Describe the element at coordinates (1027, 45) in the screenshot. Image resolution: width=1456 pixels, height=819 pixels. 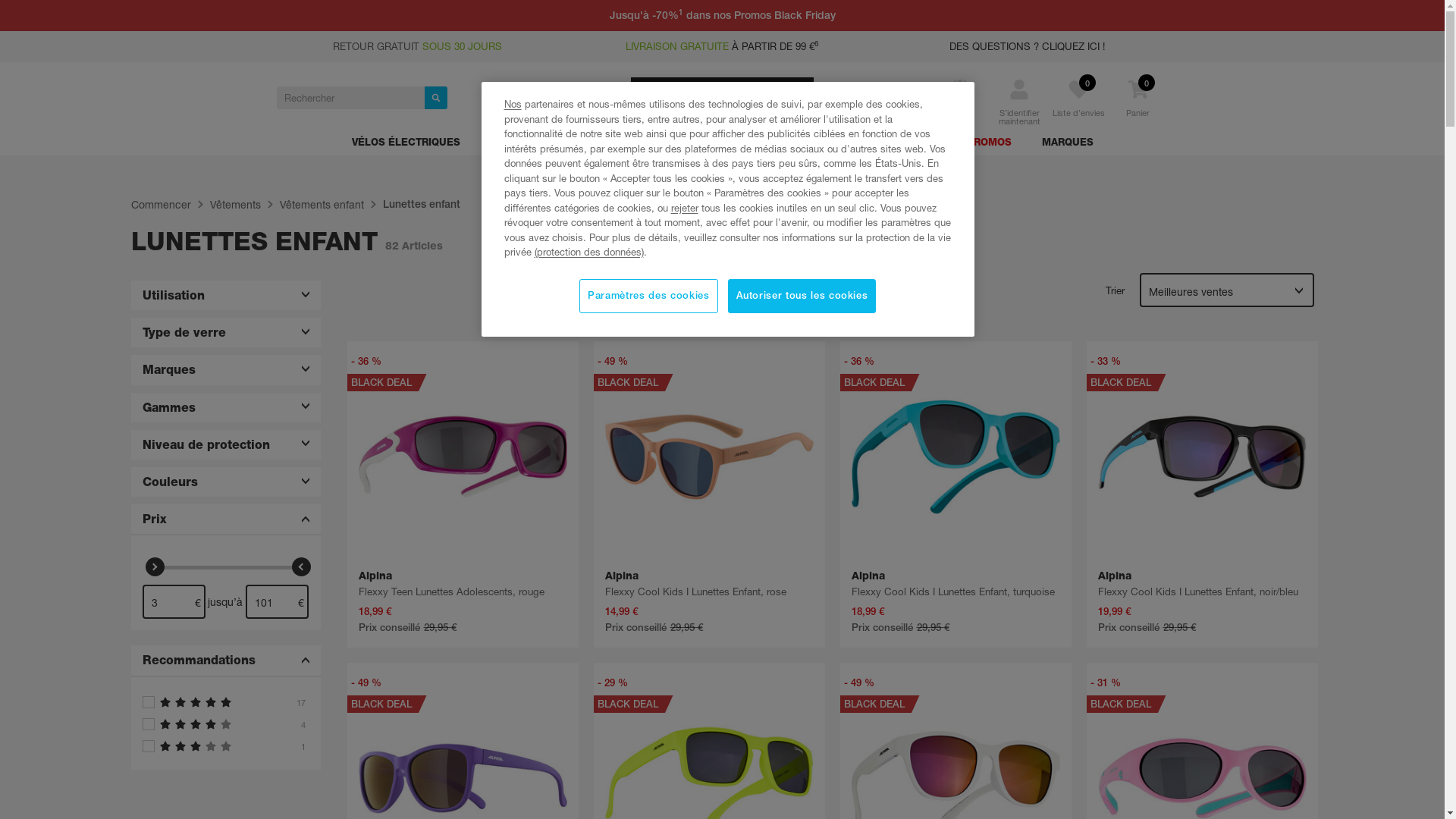
I see `'DES QUESTIONS ? CLIQUEZ ICI !'` at that location.